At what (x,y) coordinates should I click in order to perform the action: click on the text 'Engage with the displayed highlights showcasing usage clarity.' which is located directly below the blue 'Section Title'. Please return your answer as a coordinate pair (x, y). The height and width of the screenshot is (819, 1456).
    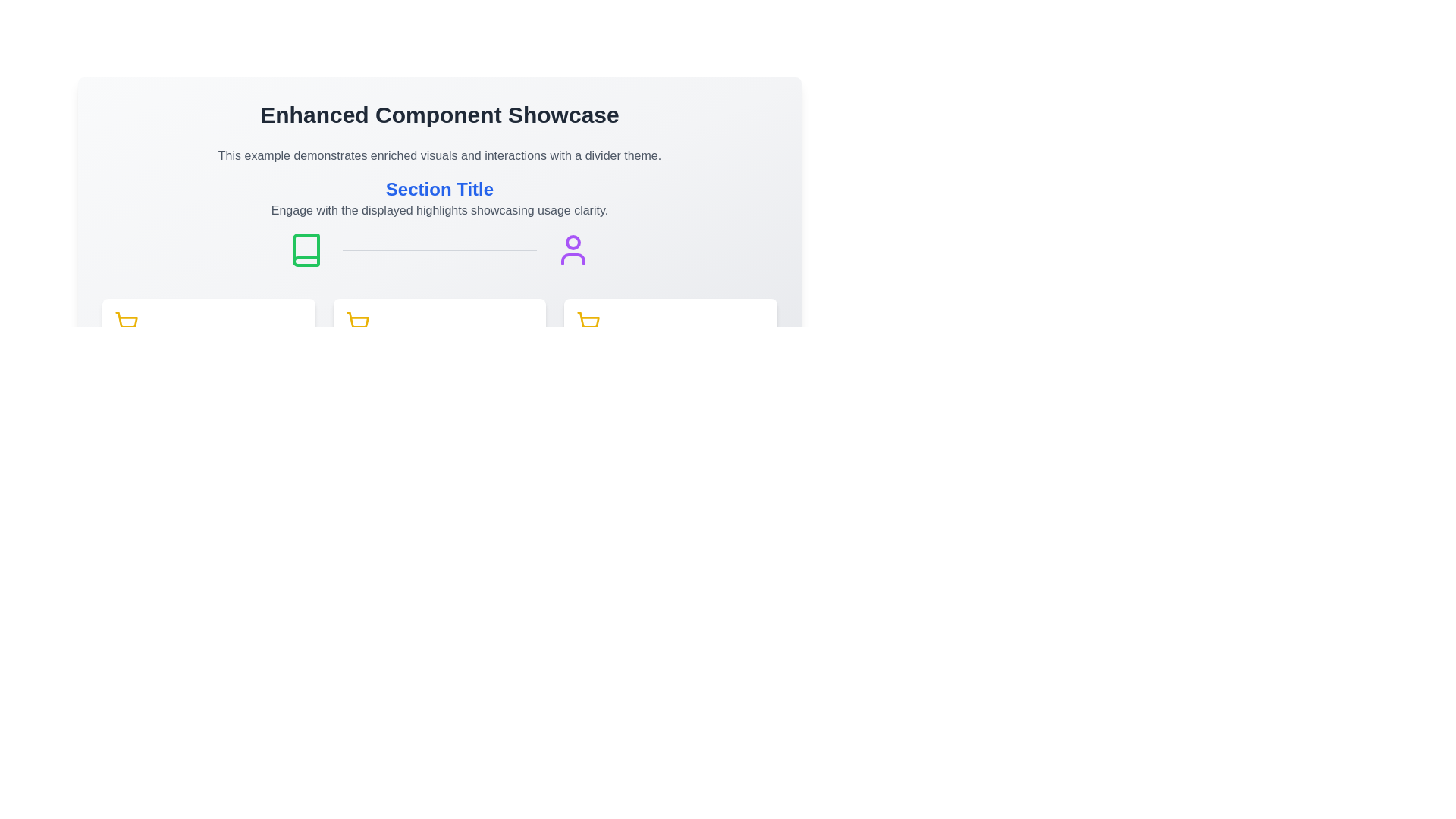
    Looking at the image, I should click on (439, 210).